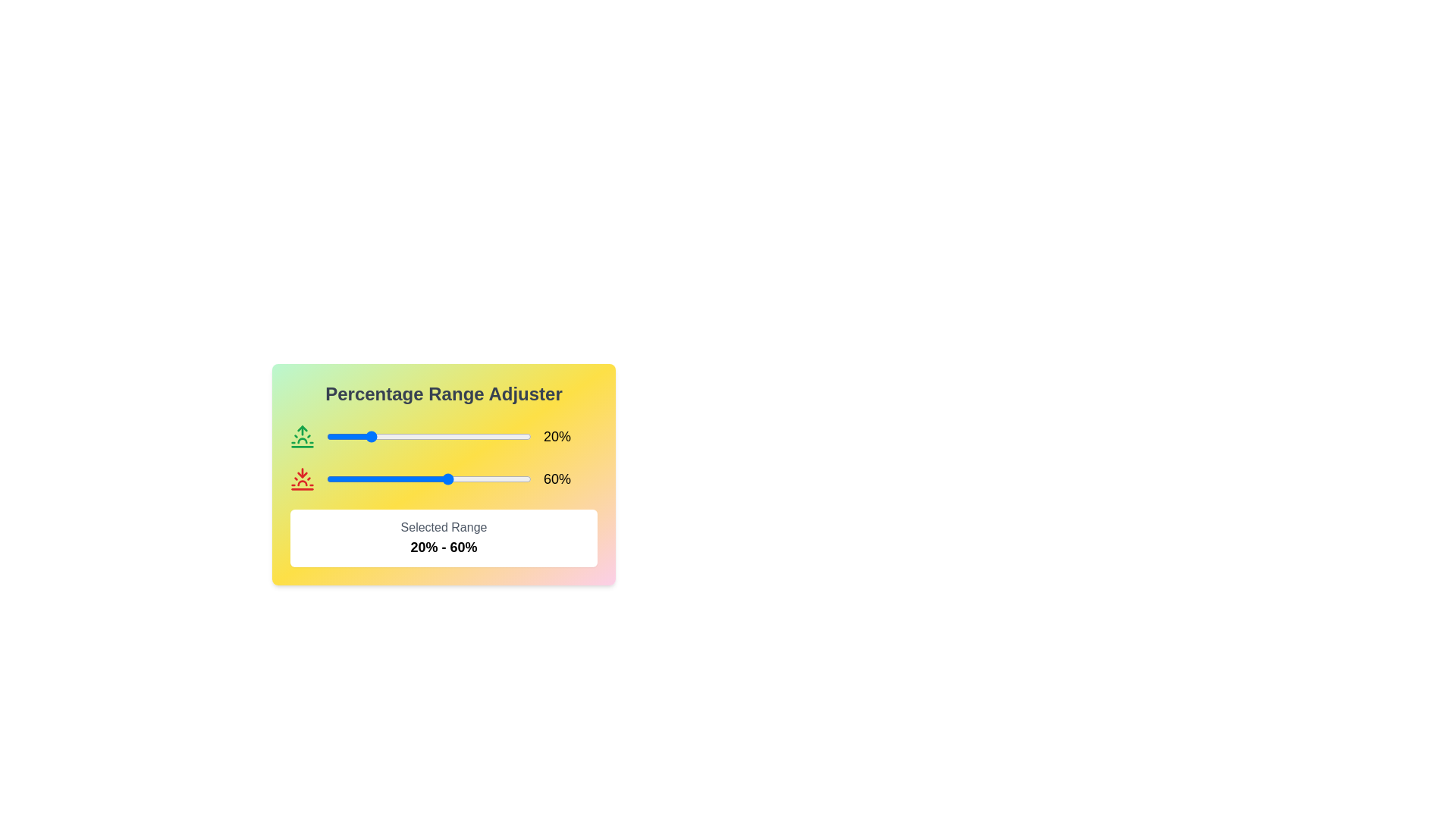  What do you see at coordinates (463, 479) in the screenshot?
I see `the slider position` at bounding box center [463, 479].